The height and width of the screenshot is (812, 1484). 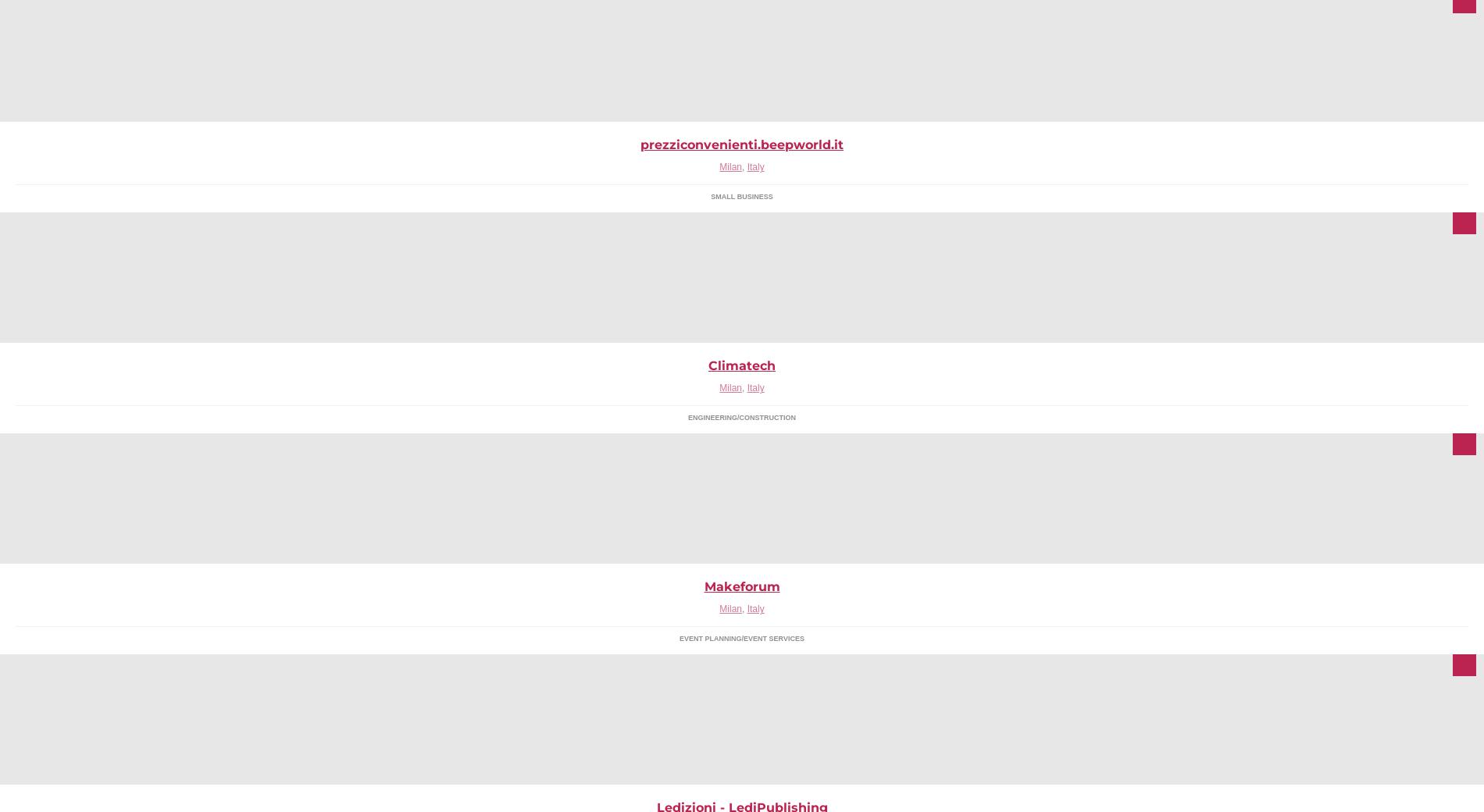 What do you see at coordinates (742, 144) in the screenshot?
I see `'prezziconvenienti.beepworld.it'` at bounding box center [742, 144].